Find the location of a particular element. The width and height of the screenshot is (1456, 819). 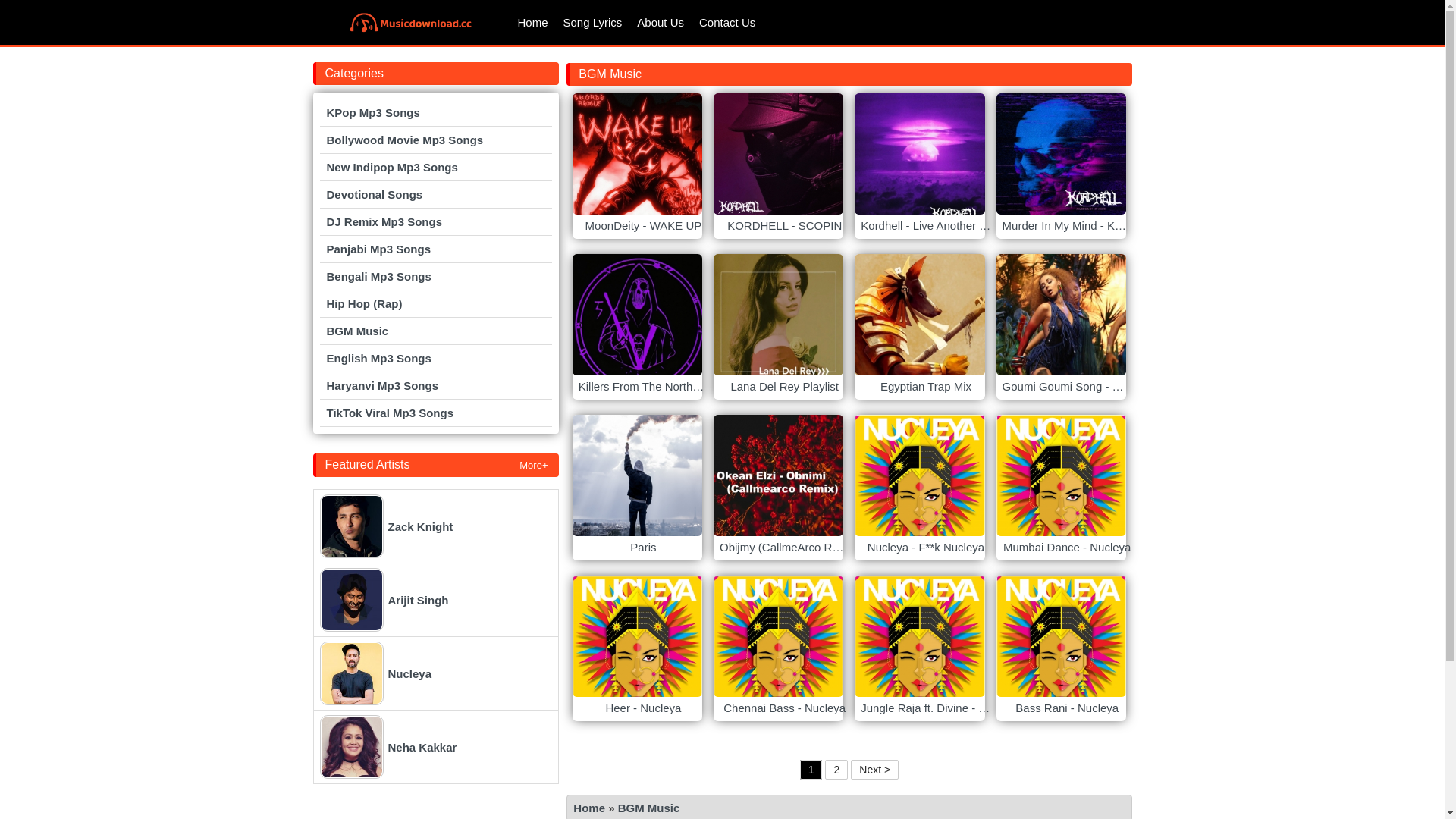

'Bengali Mp3 Songs' is located at coordinates (435, 276).